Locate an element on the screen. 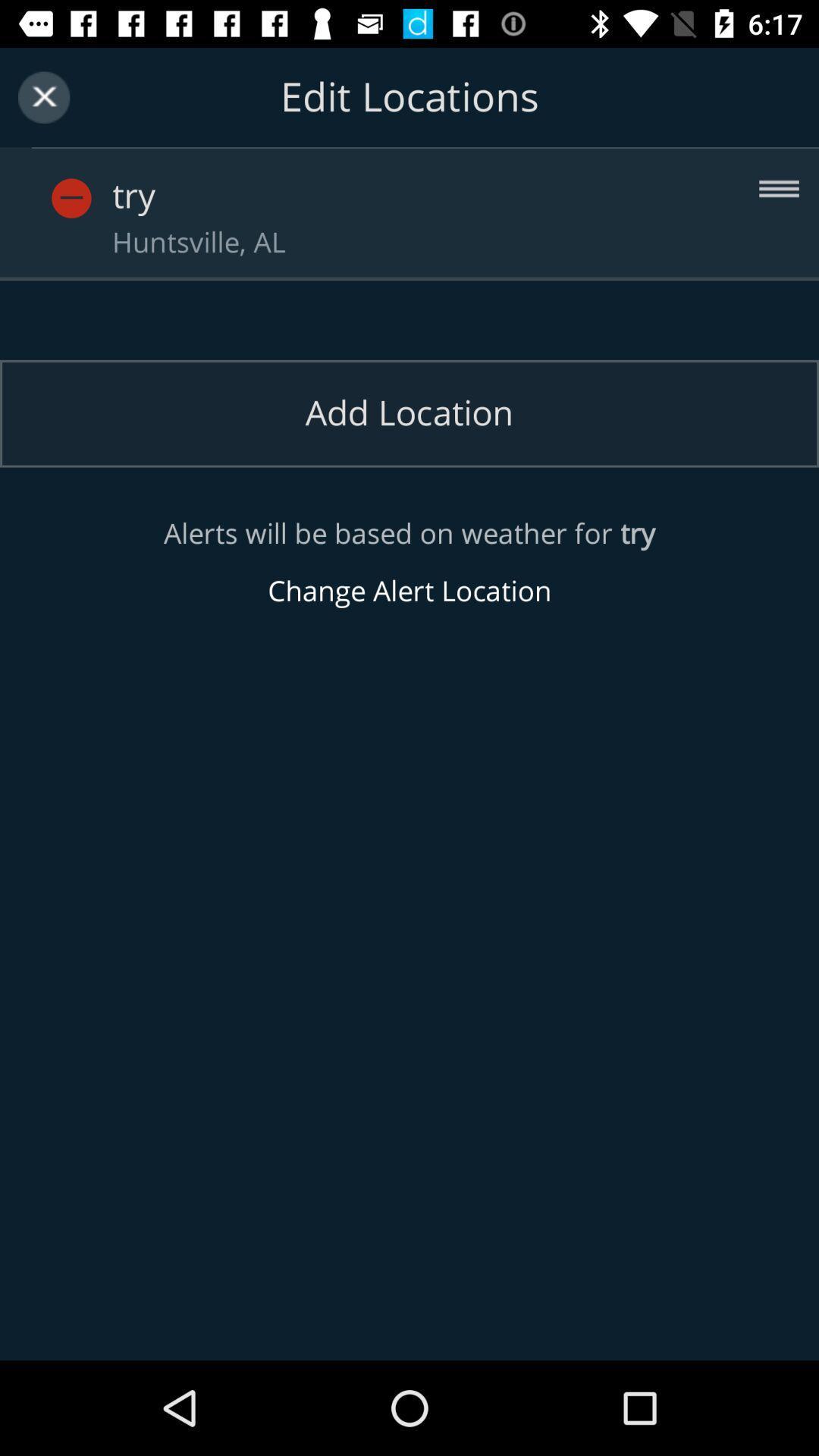 Image resolution: width=819 pixels, height=1456 pixels. the alerts will be item is located at coordinates (409, 562).